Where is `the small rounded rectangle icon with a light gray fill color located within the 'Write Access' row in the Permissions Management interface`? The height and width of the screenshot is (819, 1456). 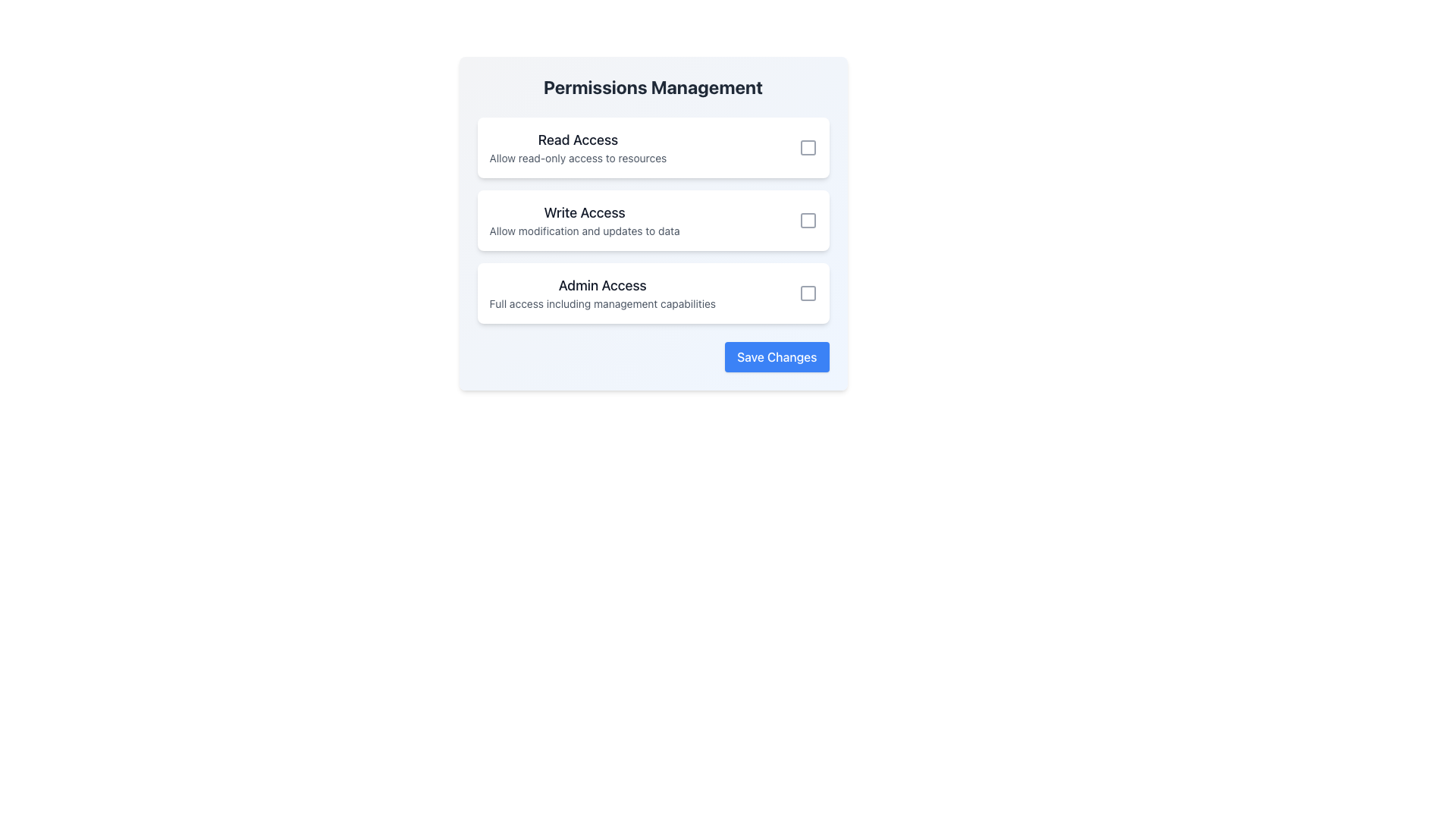 the small rounded rectangle icon with a light gray fill color located within the 'Write Access' row in the Permissions Management interface is located at coordinates (807, 220).